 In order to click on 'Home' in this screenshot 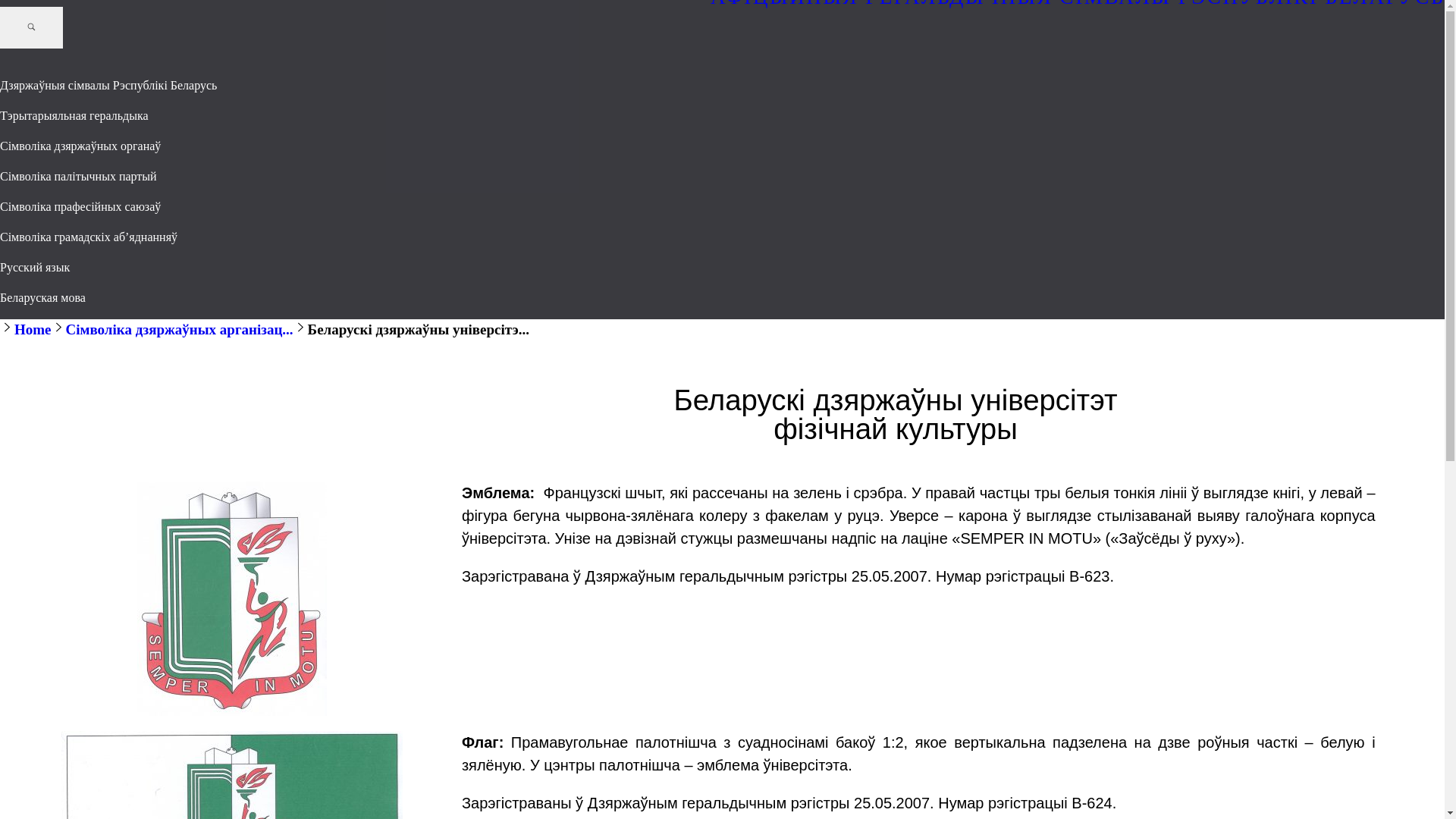, I will do `click(33, 328)`.